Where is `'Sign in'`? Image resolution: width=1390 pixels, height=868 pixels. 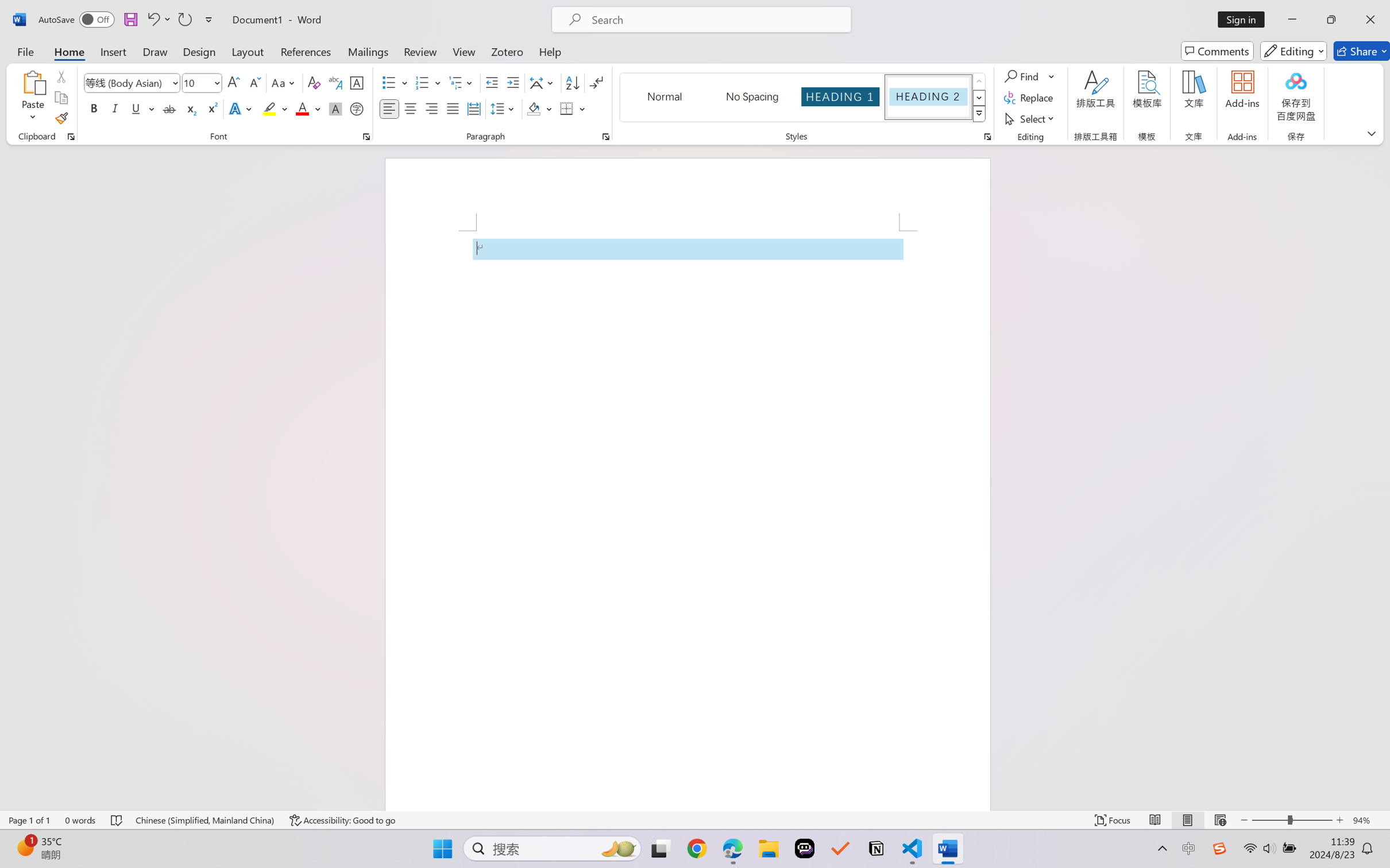 'Sign in' is located at coordinates (1245, 19).